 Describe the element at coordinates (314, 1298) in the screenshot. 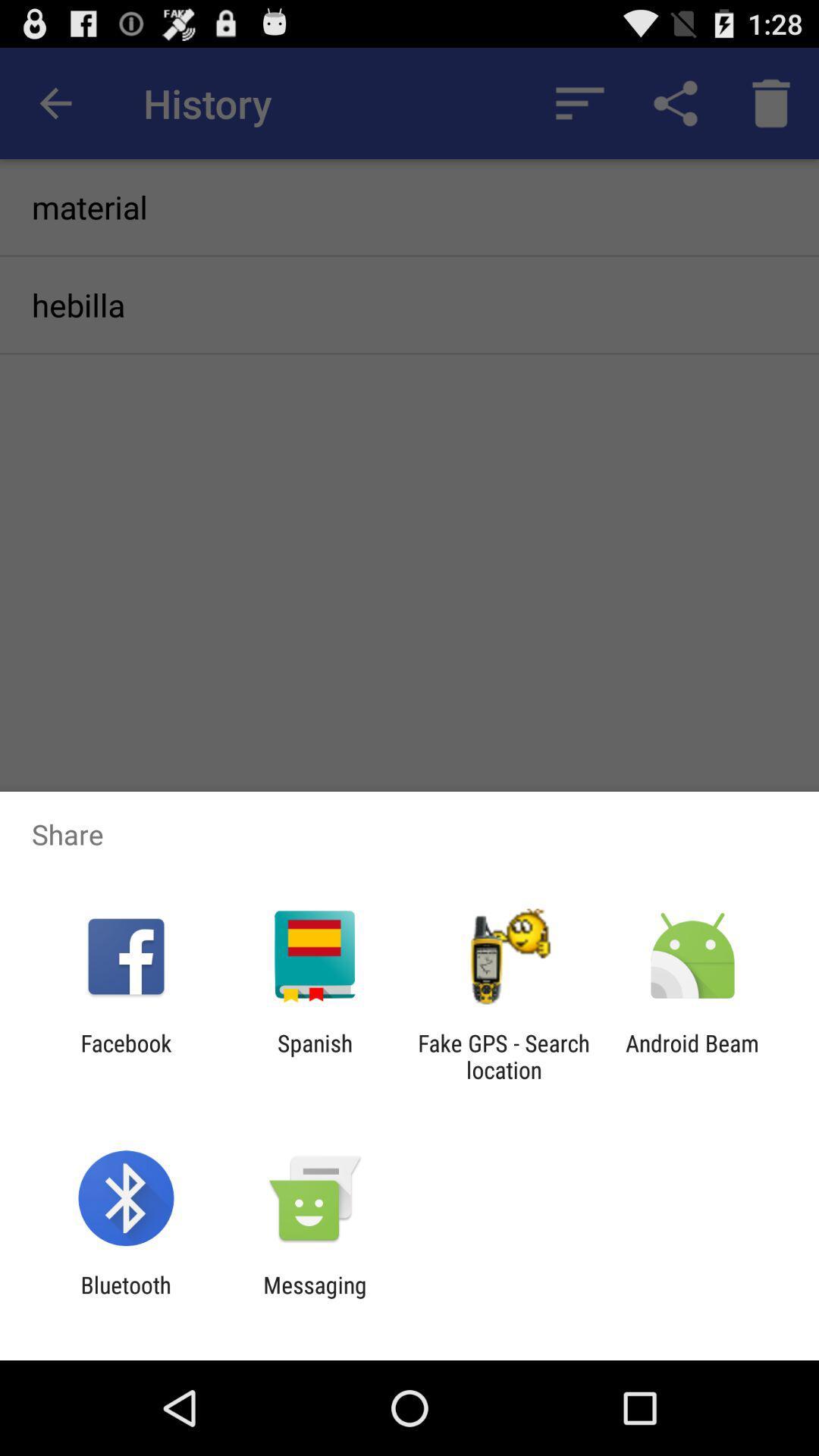

I see `messaging` at that location.